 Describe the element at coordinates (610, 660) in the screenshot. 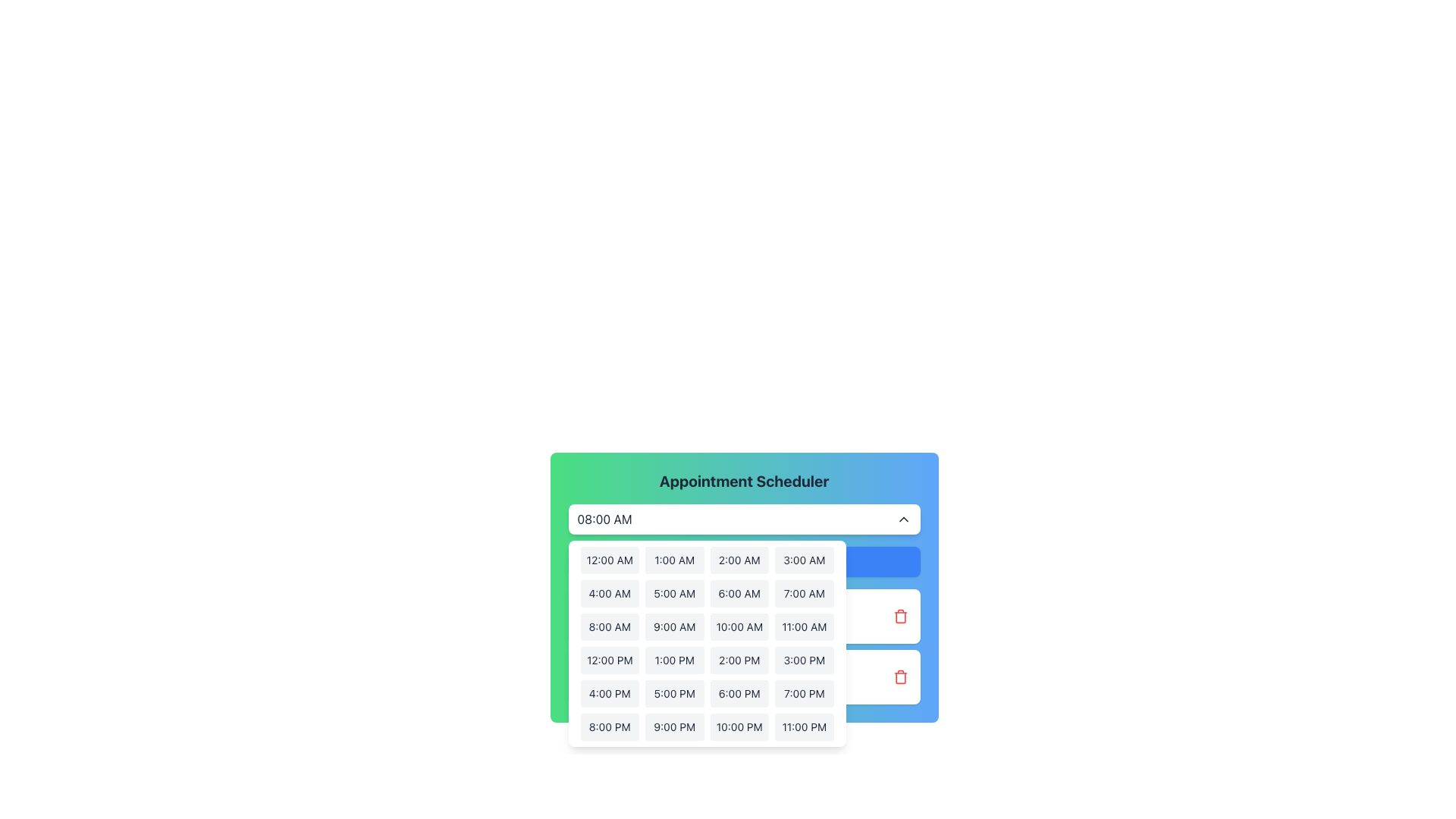

I see `the time slot button labeled '12:00 PM' with a light gray background in the Appointment Scheduler interface` at that location.